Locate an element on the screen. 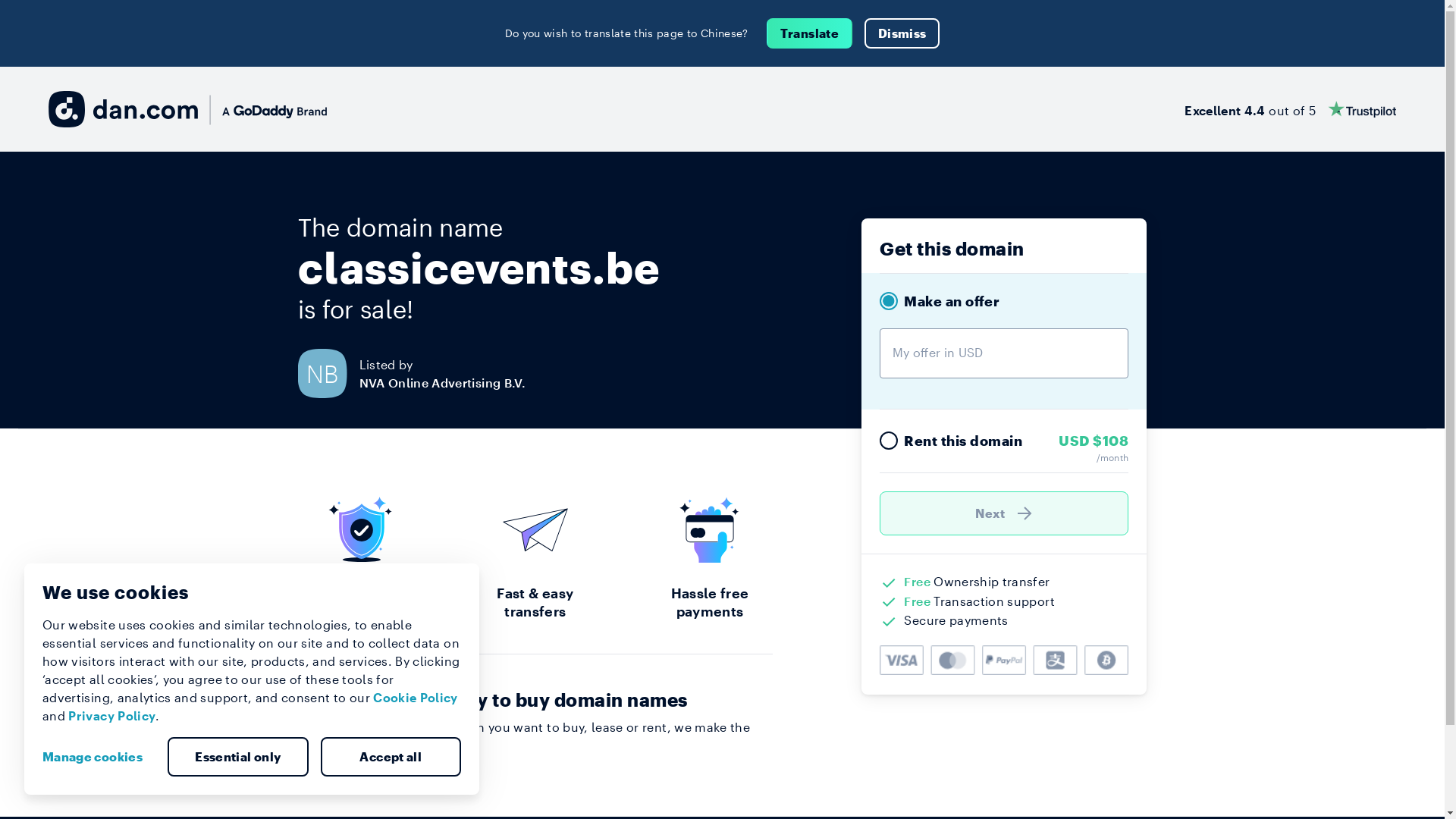 This screenshot has width=1456, height=819. 'Accept all' is located at coordinates (319, 757).